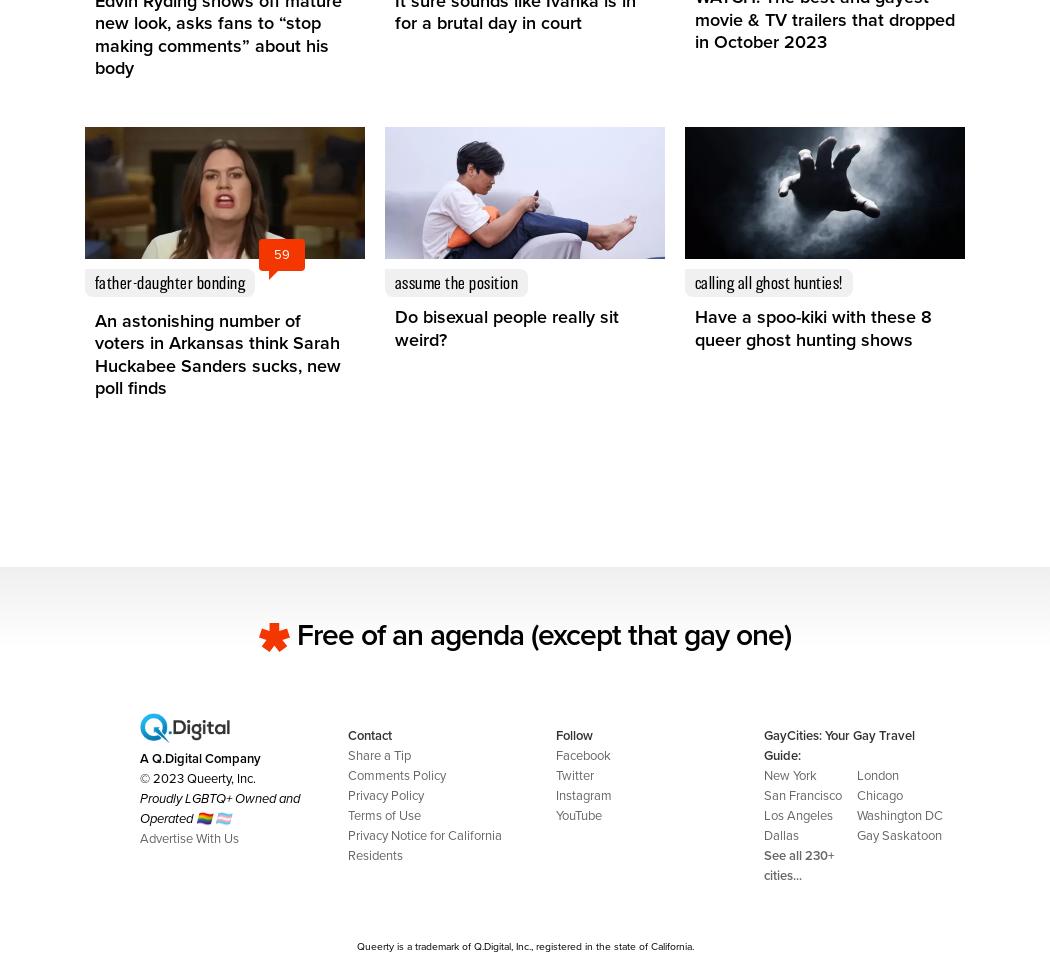  Describe the element at coordinates (506, 328) in the screenshot. I see `'Do bisexual people really sit weird?'` at that location.